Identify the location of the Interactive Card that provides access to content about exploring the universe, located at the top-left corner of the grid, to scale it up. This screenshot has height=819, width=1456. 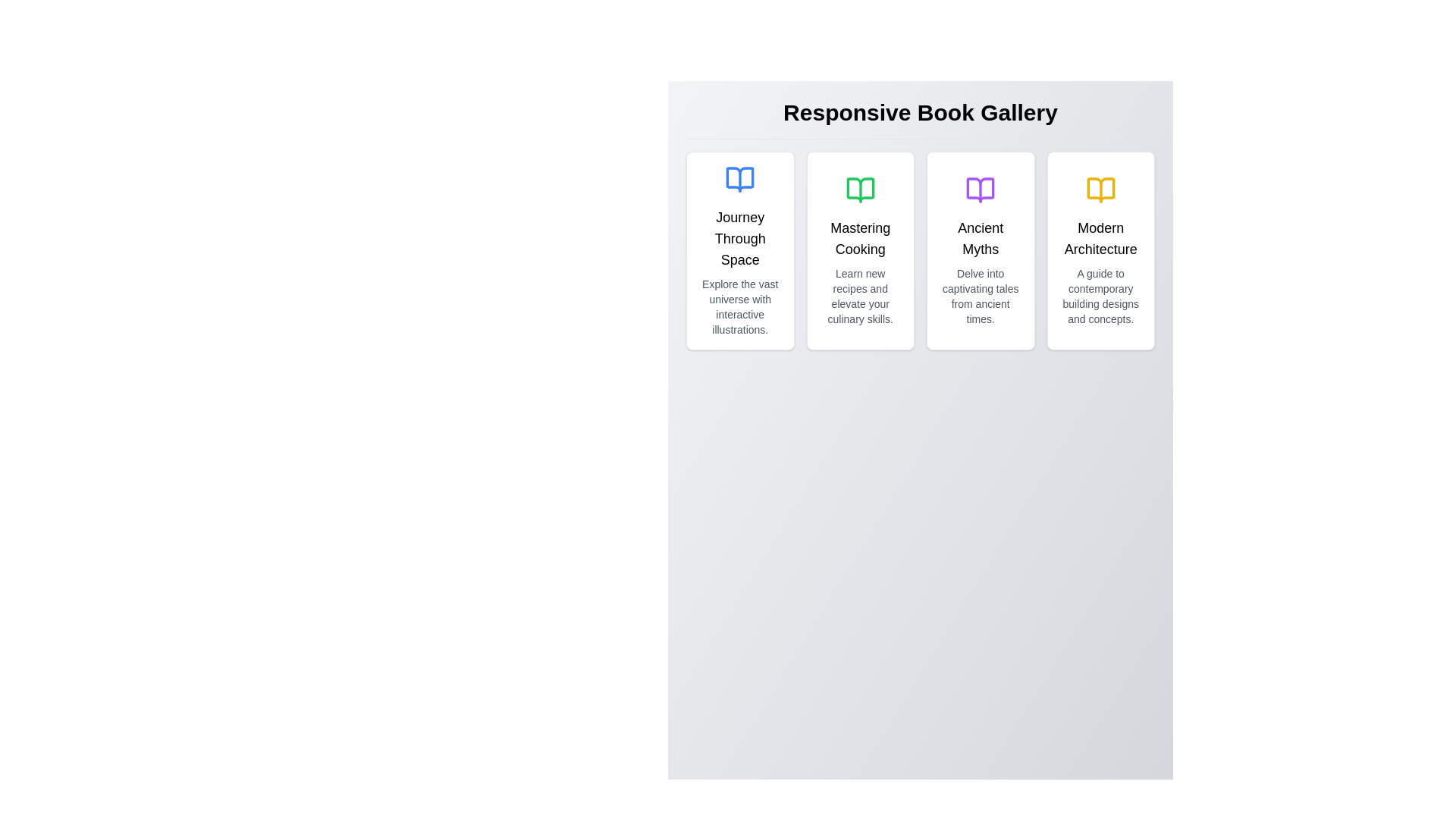
(740, 250).